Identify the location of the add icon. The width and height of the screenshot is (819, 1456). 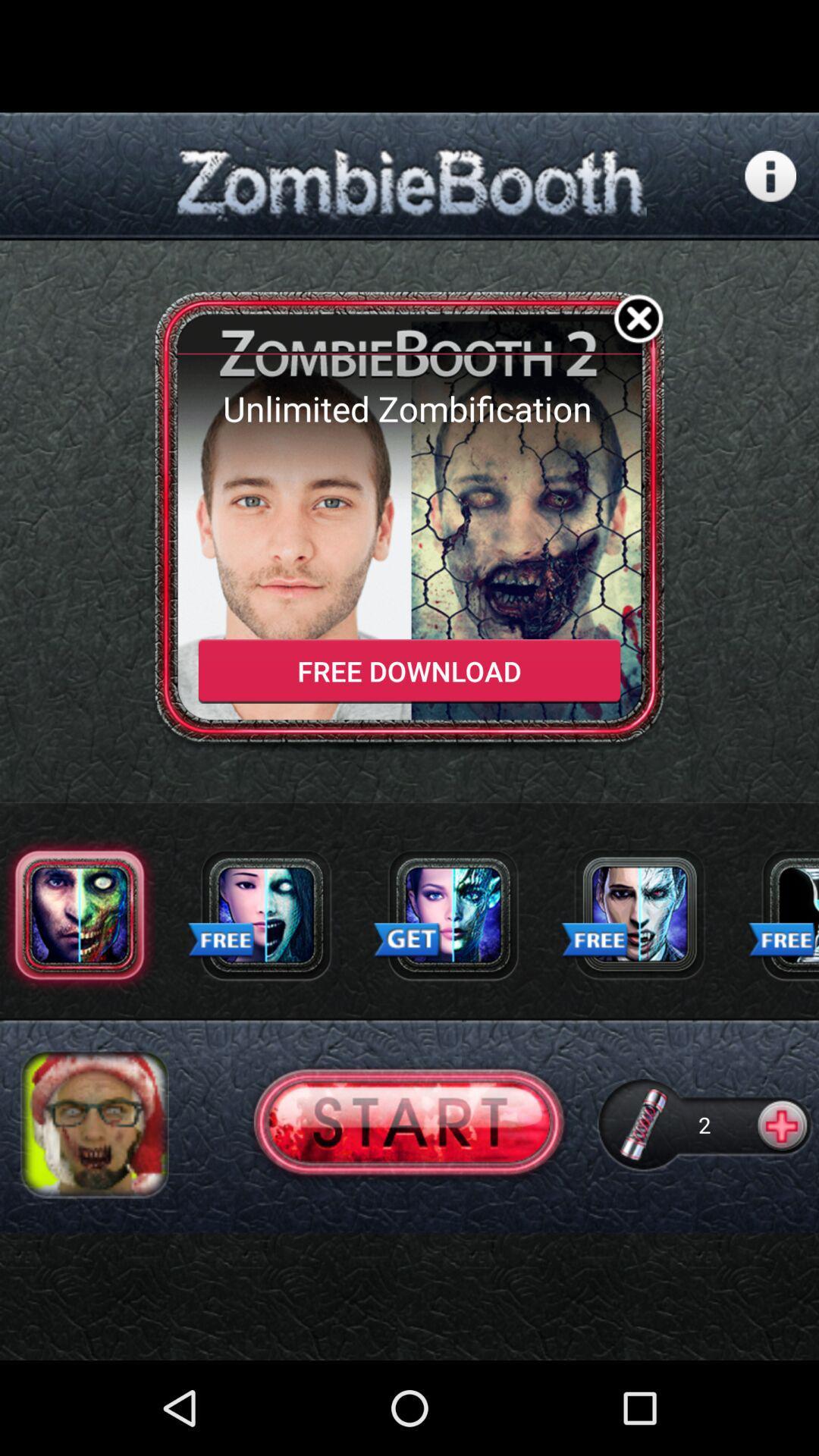
(784, 1203).